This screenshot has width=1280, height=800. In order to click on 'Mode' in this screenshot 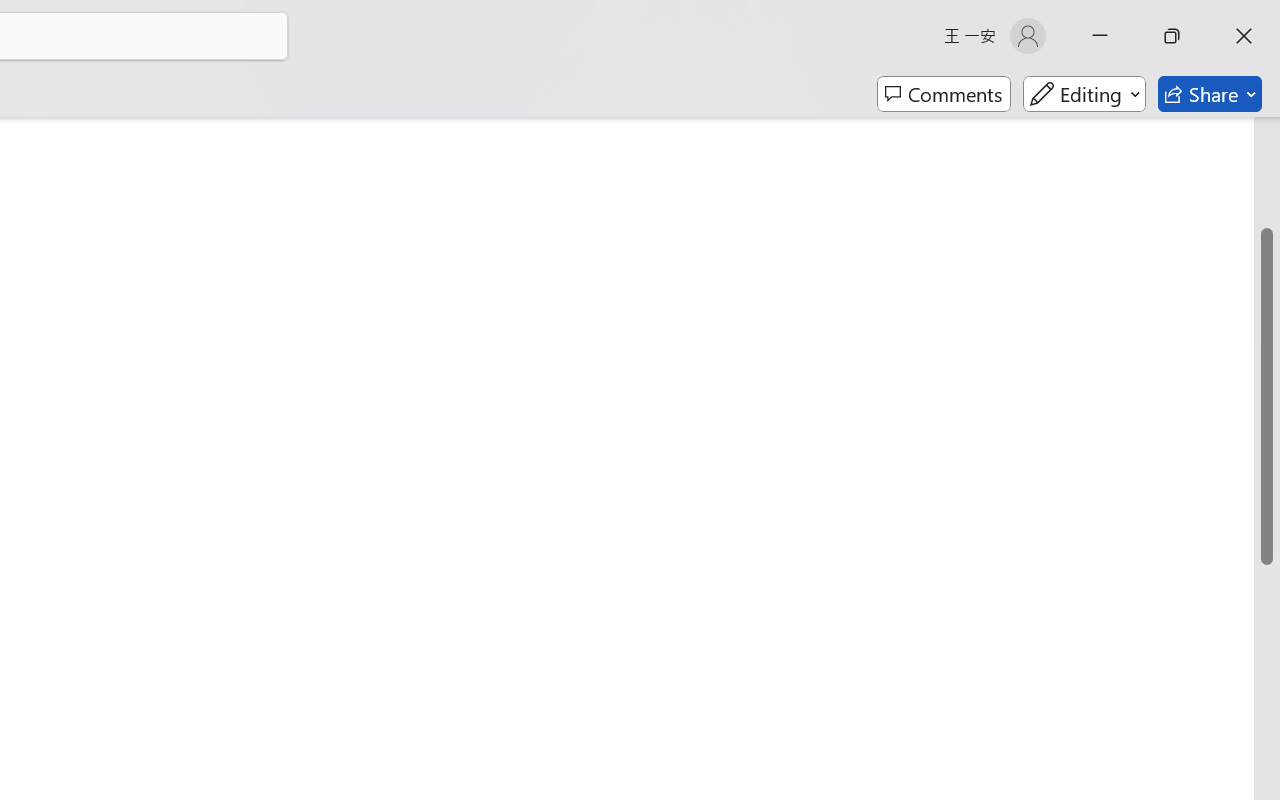, I will do `click(1083, 94)`.